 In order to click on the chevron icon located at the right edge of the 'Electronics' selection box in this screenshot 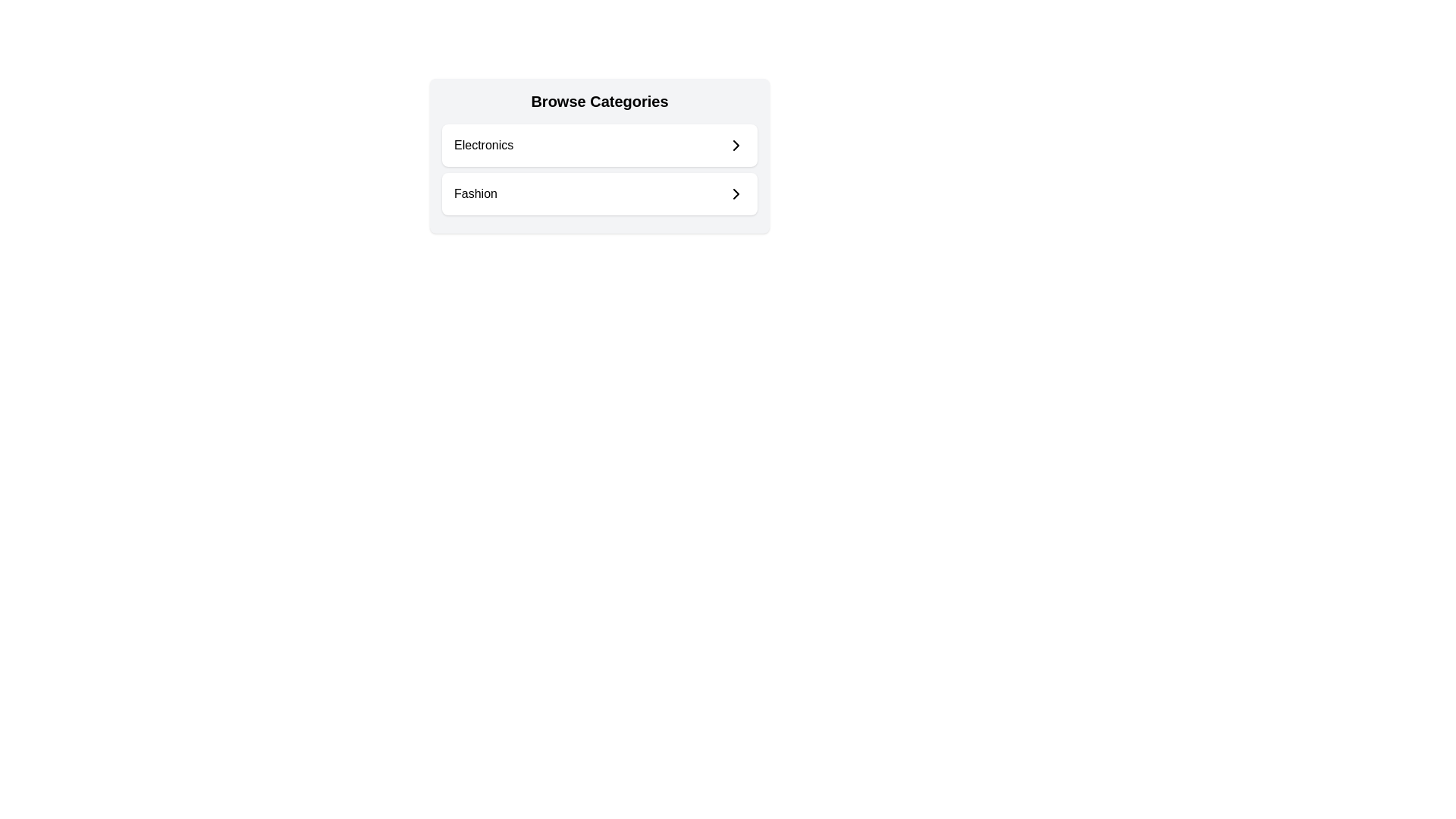, I will do `click(736, 146)`.